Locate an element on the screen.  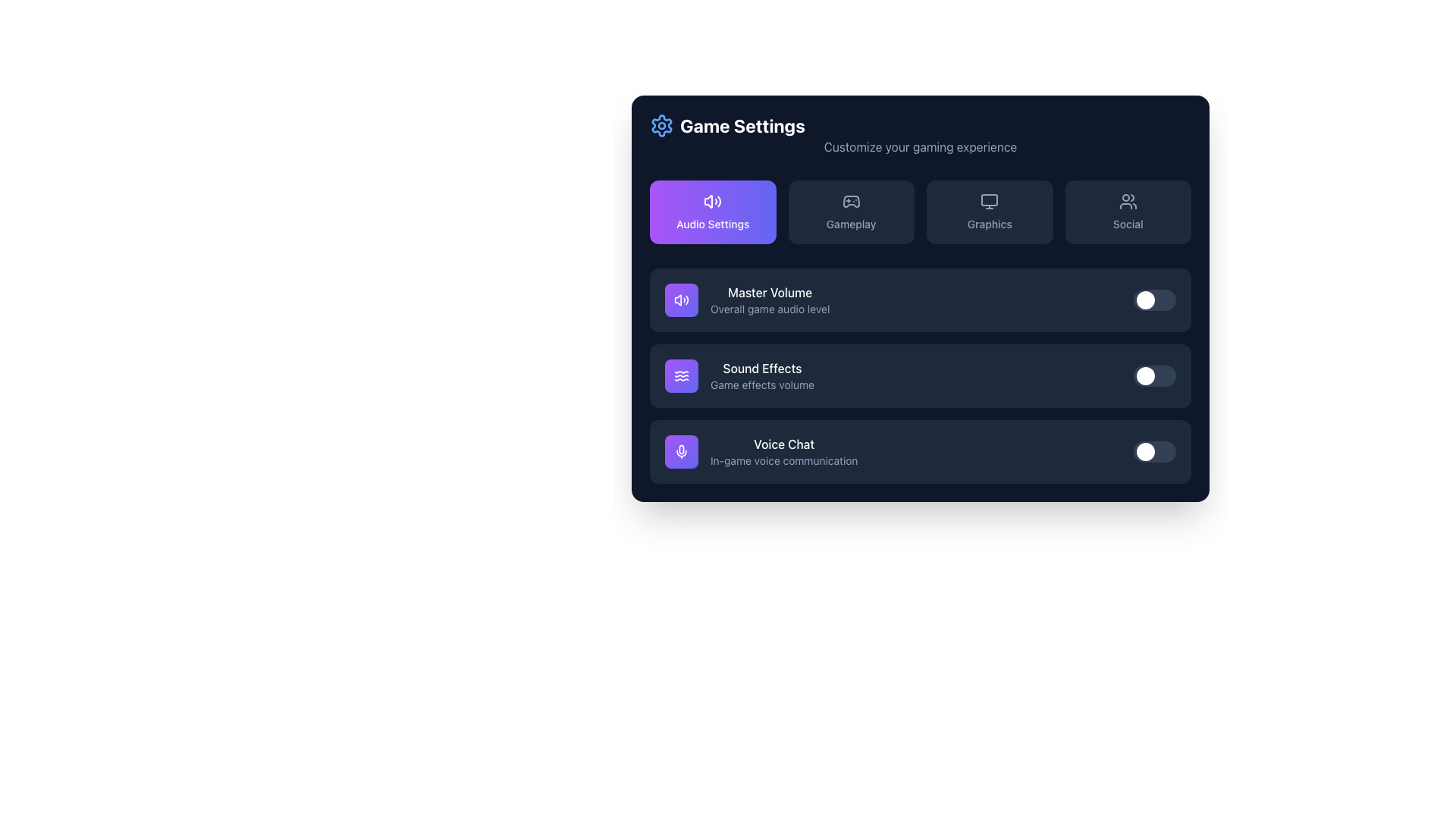
the 'Gameplay' button, which is a rectangular button with a game controller icon above the text, located in the second position of a horizontal grid of buttons is located at coordinates (851, 212).